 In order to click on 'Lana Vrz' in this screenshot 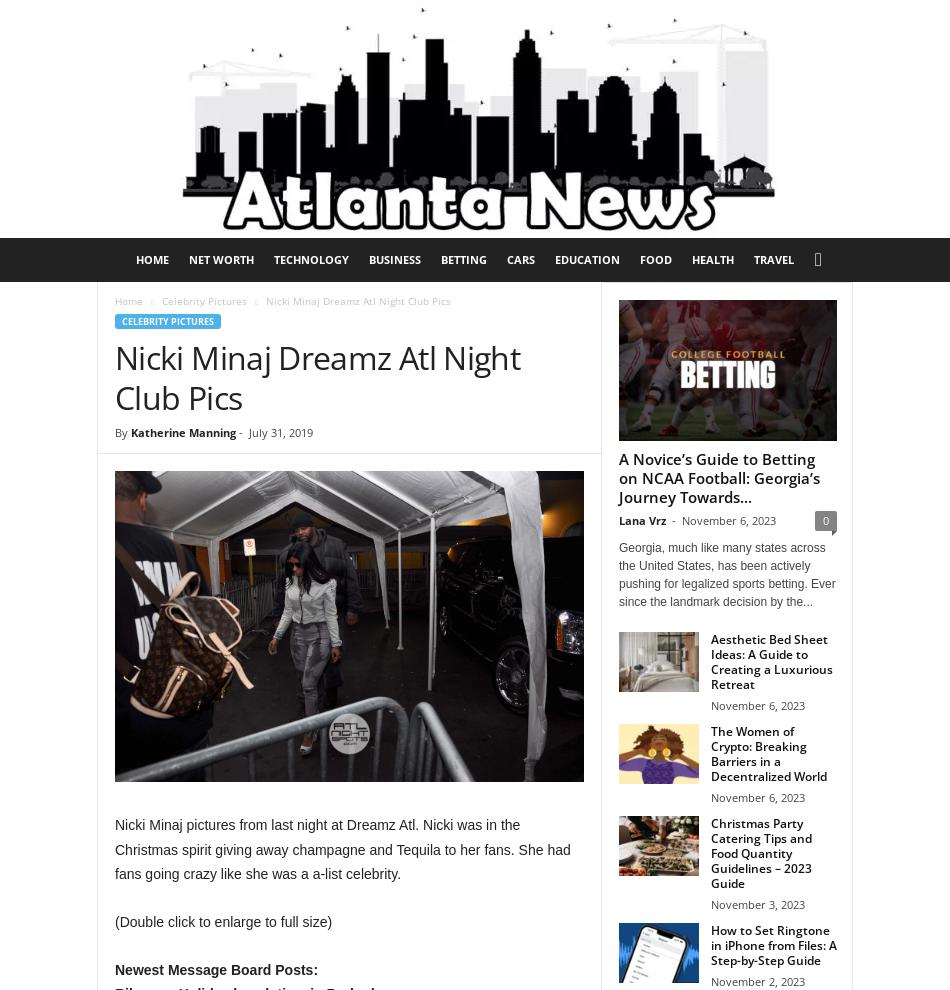, I will do `click(642, 519)`.